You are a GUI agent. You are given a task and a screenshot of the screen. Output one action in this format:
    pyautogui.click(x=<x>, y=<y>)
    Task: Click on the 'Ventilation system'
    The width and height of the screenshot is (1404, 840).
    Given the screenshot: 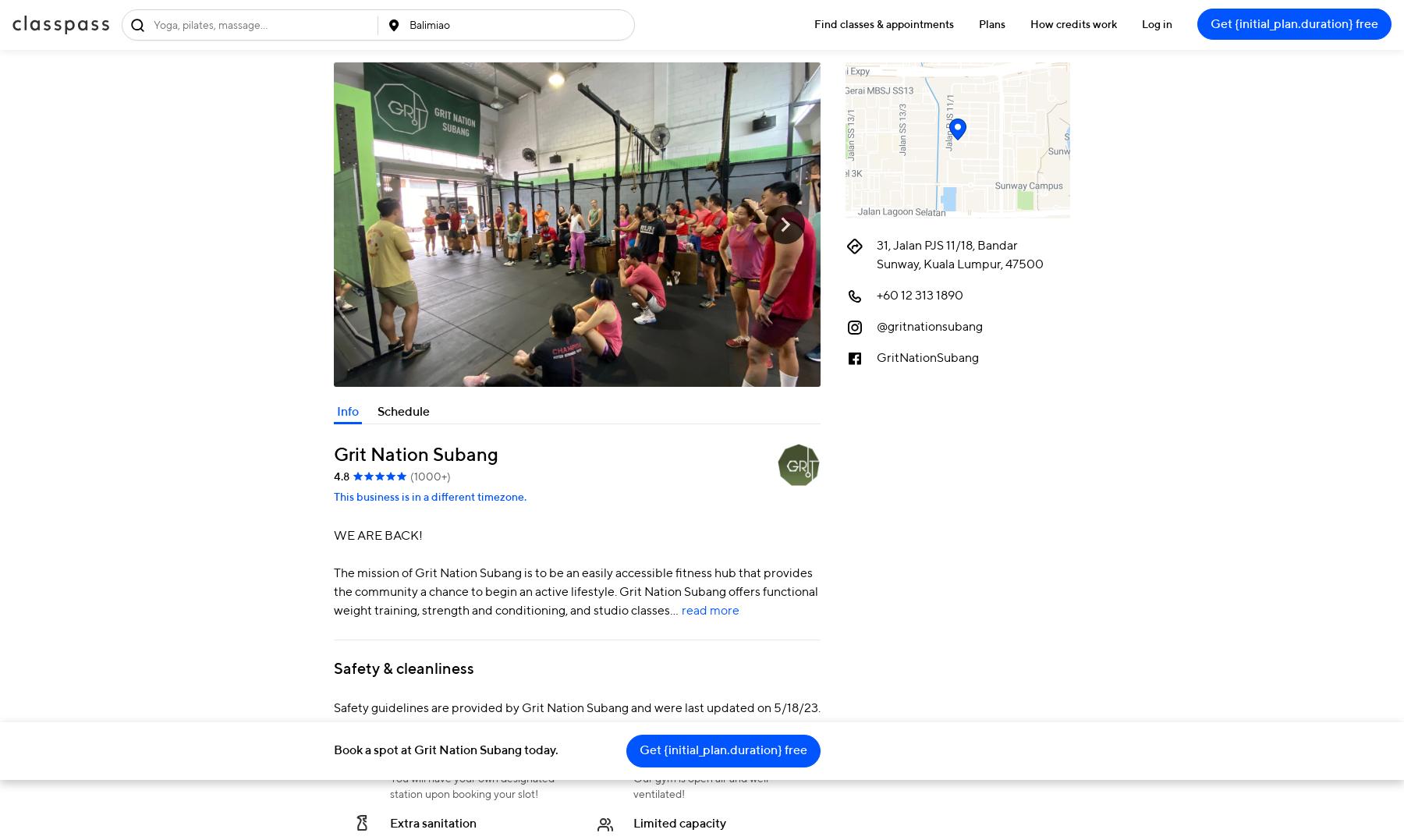 What is the action you would take?
    pyautogui.click(x=684, y=757)
    